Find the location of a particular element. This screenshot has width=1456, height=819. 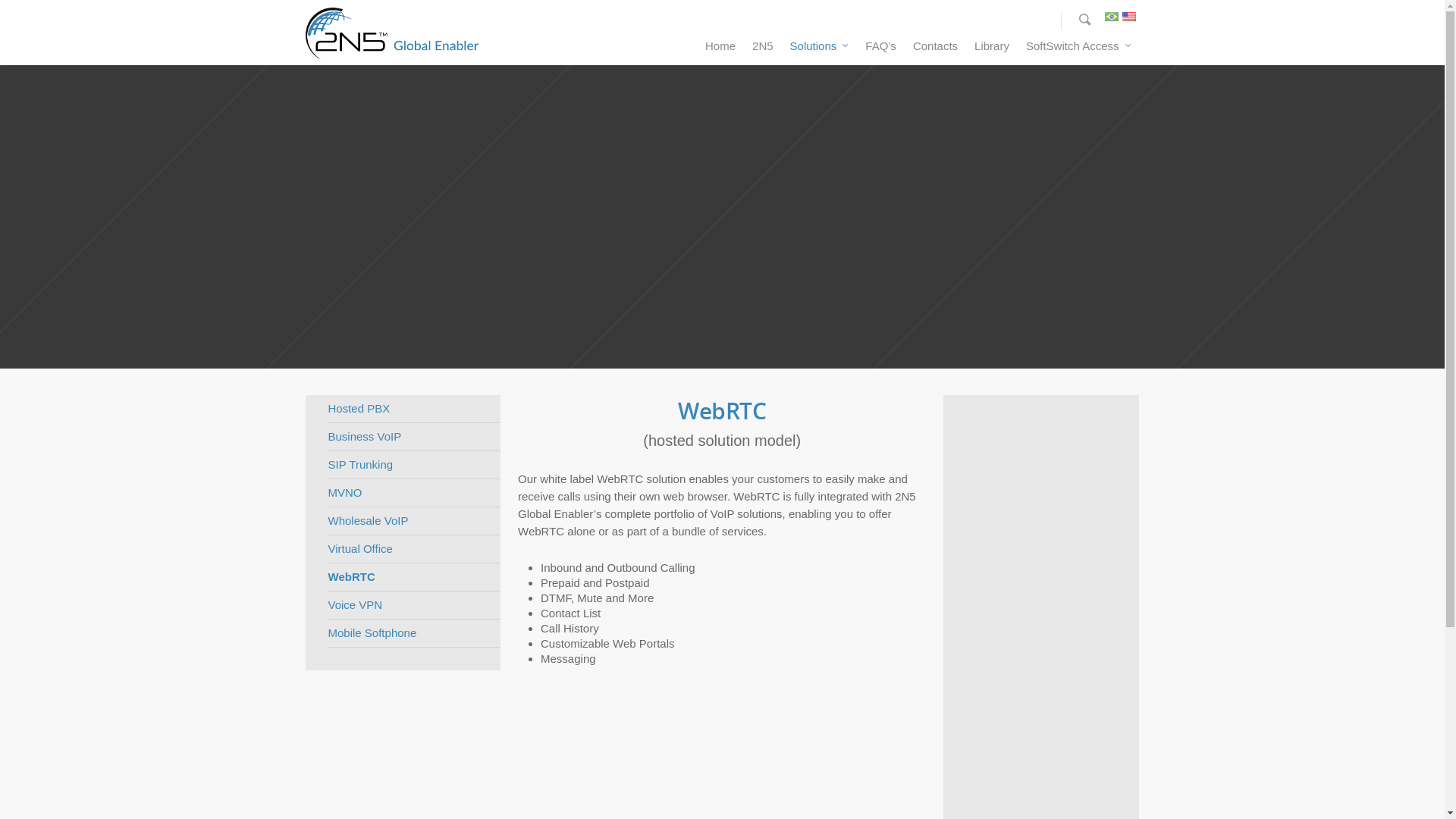

'Mobile Softphone' is located at coordinates (413, 633).